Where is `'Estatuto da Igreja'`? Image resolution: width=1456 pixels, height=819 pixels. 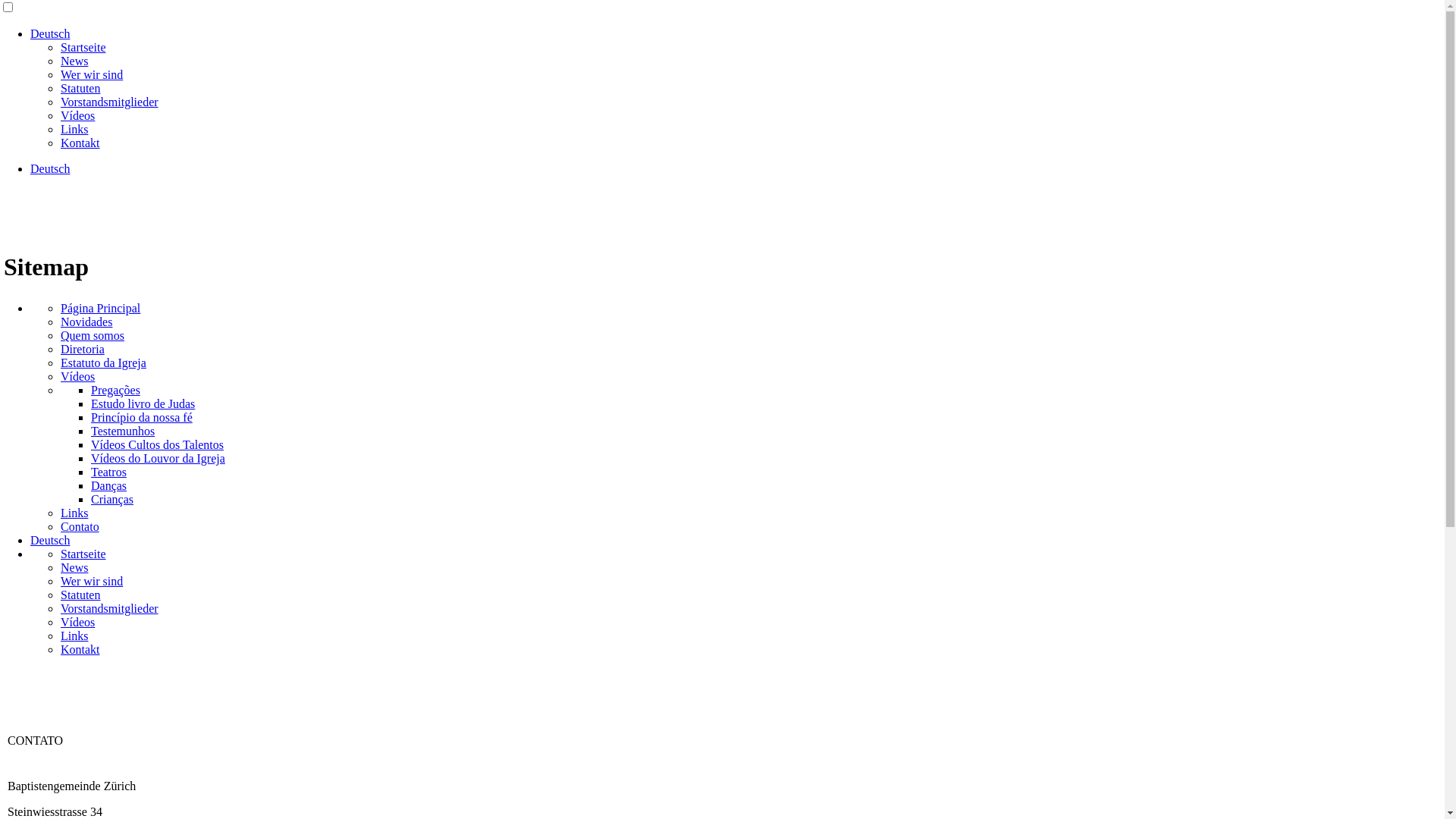 'Estatuto da Igreja' is located at coordinates (102, 362).